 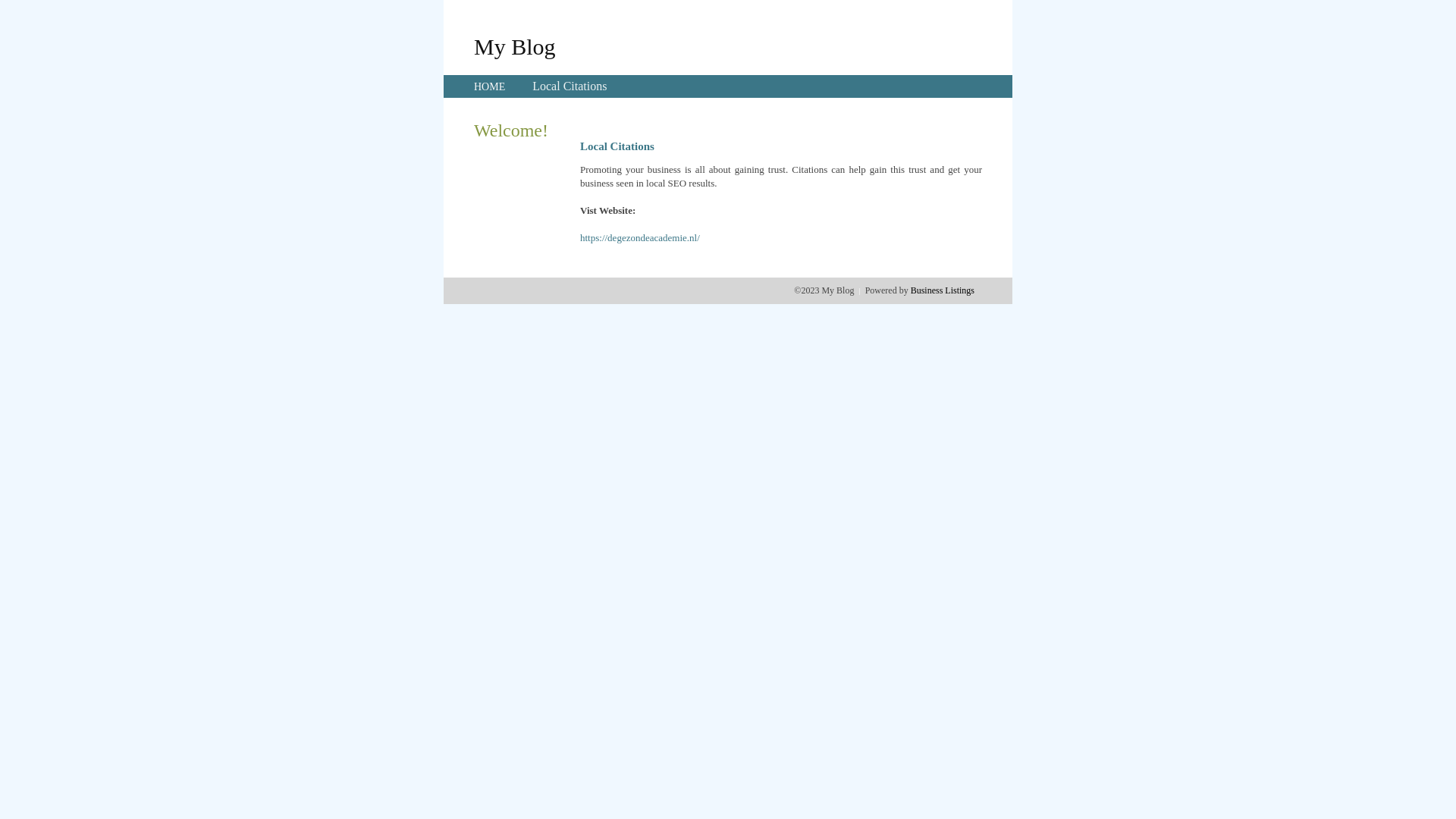 What do you see at coordinates (472, 45) in the screenshot?
I see `'My Blog'` at bounding box center [472, 45].